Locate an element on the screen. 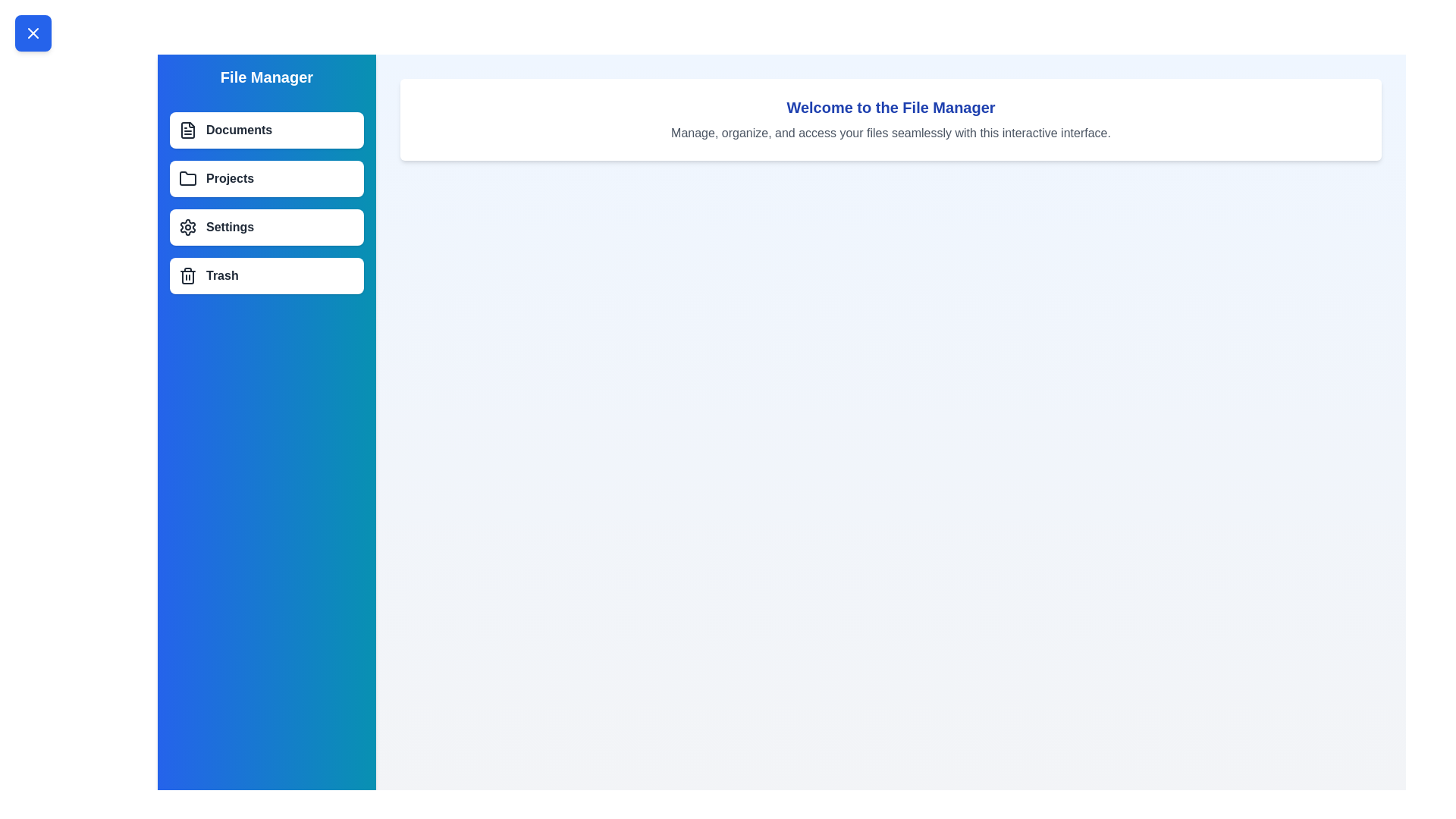 This screenshot has height=819, width=1456. the menu item labeled Documents to select it is located at coordinates (266, 130).